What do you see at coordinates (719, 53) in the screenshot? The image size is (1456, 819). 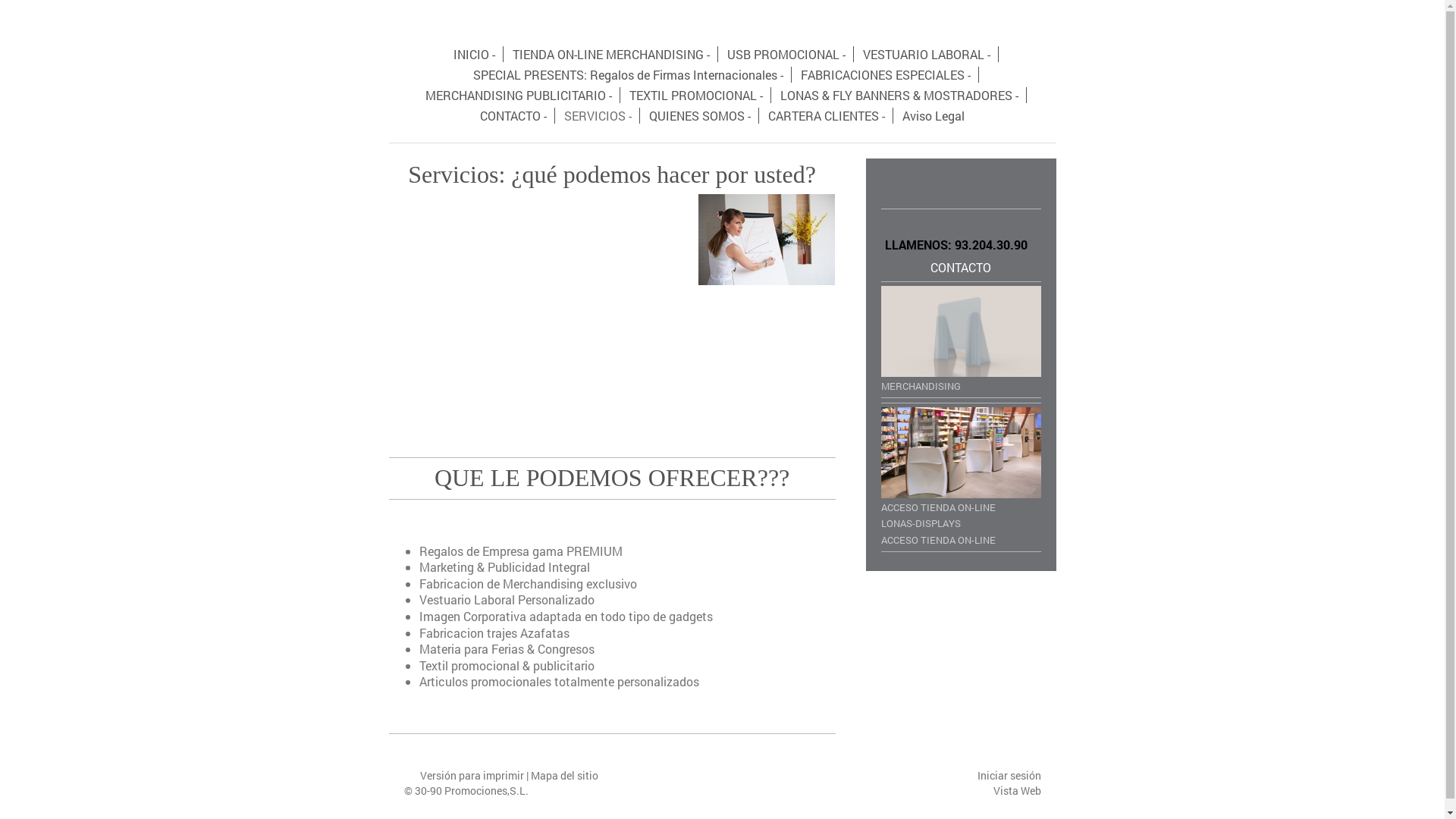 I see `'USB PROMOCIONAL -'` at bounding box center [719, 53].